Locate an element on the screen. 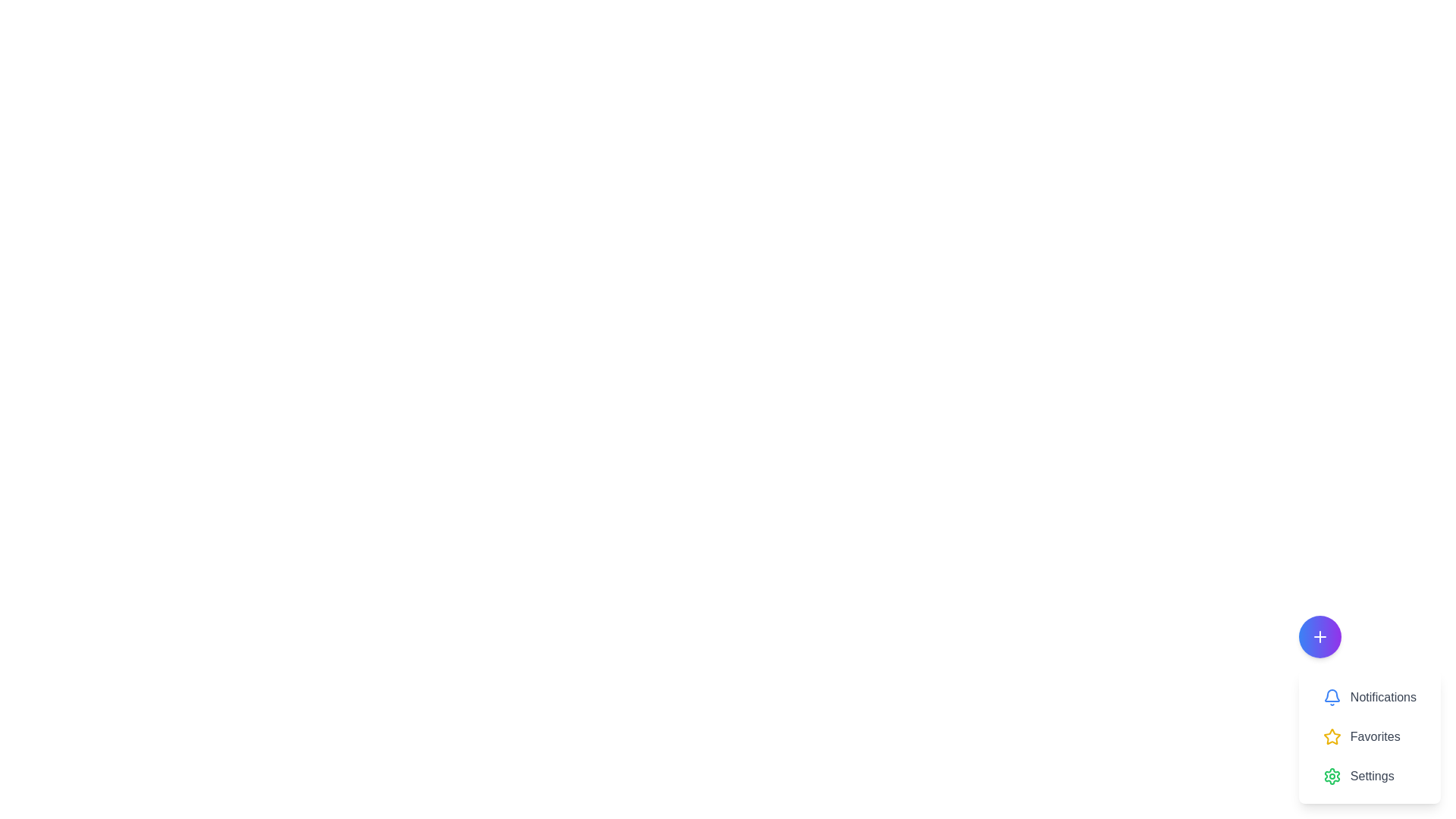  the second item in the dropdown Menu labeled 'Favorites', which has a star icon colored yellow is located at coordinates (1370, 736).